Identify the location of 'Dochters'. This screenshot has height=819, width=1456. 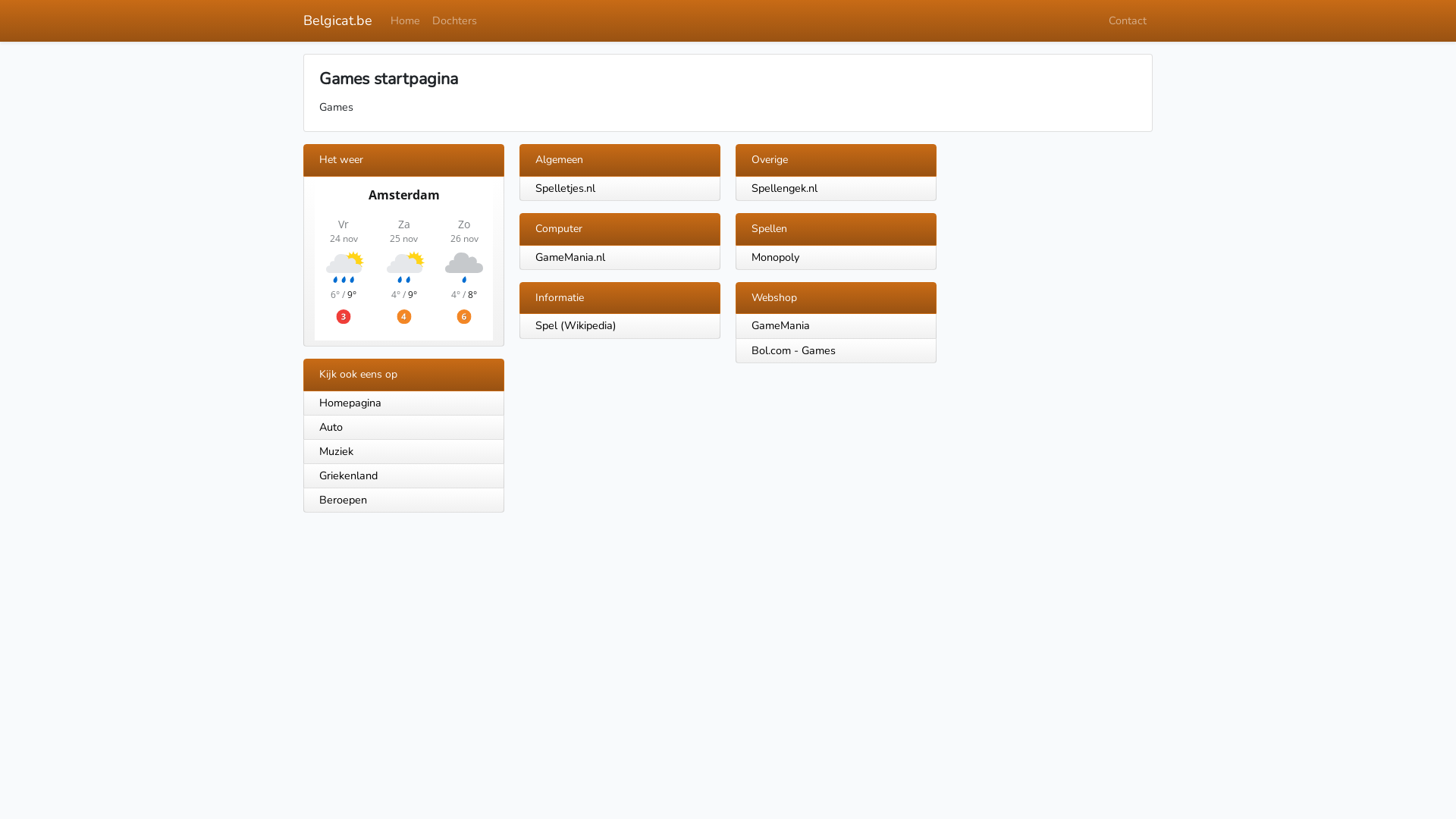
(453, 20).